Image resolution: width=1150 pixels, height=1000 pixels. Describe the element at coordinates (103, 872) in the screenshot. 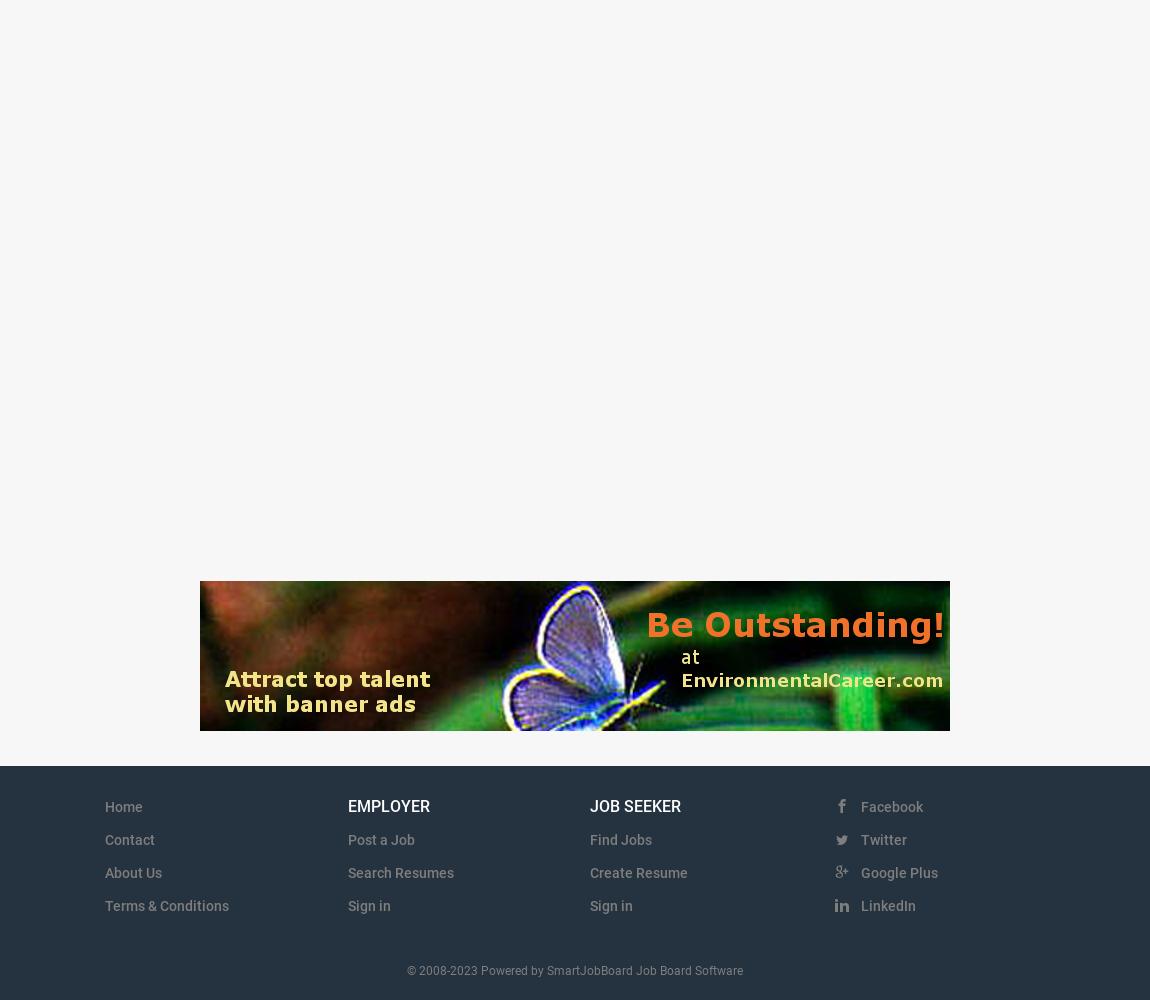

I see `'About Us'` at that location.